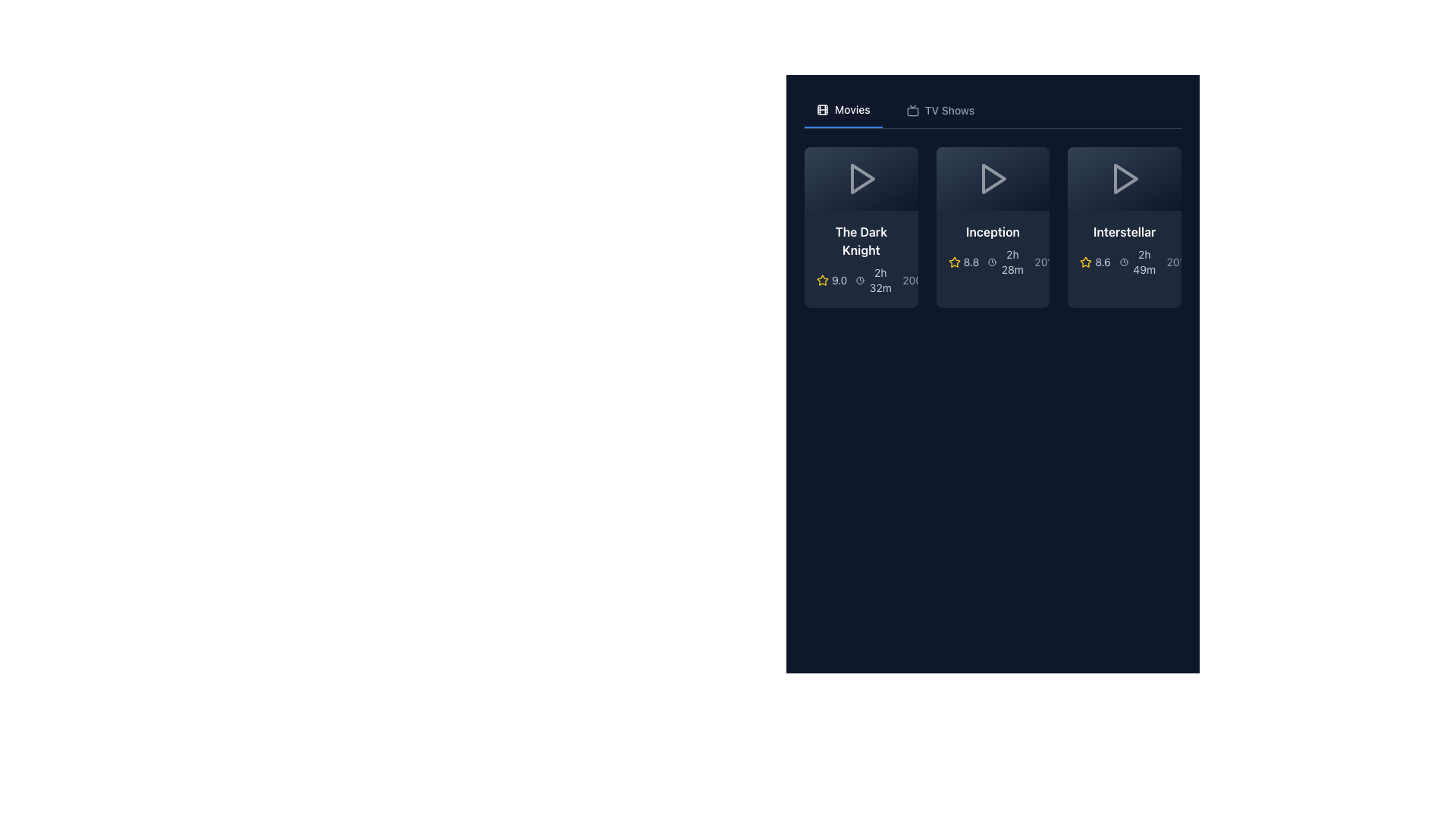  What do you see at coordinates (1125, 178) in the screenshot?
I see `the Play symbol icon located at the top section of the 'Interstellar' movie card to trigger visual feedback` at bounding box center [1125, 178].